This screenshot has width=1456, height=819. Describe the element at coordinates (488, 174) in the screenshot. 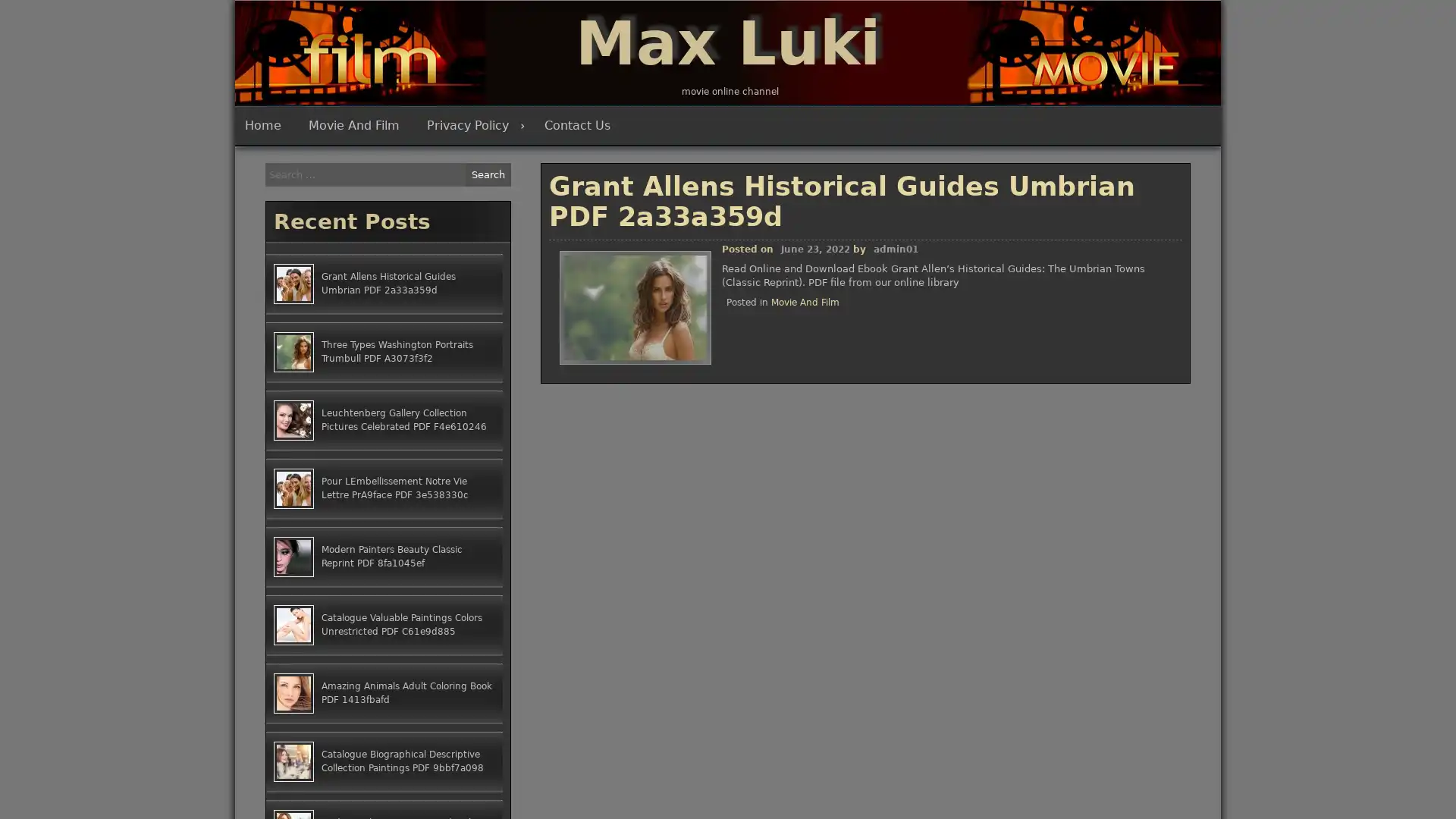

I see `Search` at that location.